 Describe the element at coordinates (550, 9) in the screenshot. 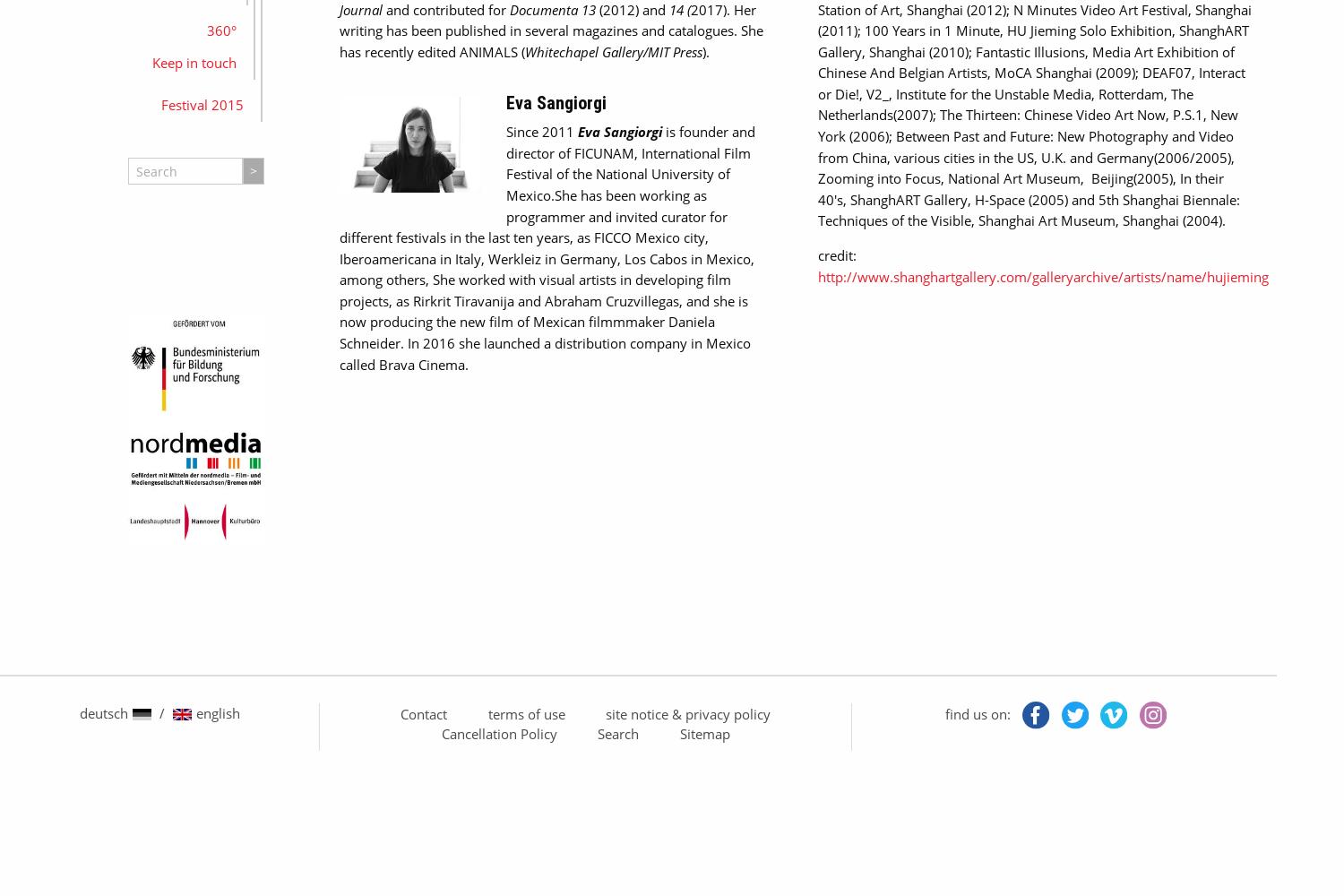

I see `'Documenta 13'` at that location.